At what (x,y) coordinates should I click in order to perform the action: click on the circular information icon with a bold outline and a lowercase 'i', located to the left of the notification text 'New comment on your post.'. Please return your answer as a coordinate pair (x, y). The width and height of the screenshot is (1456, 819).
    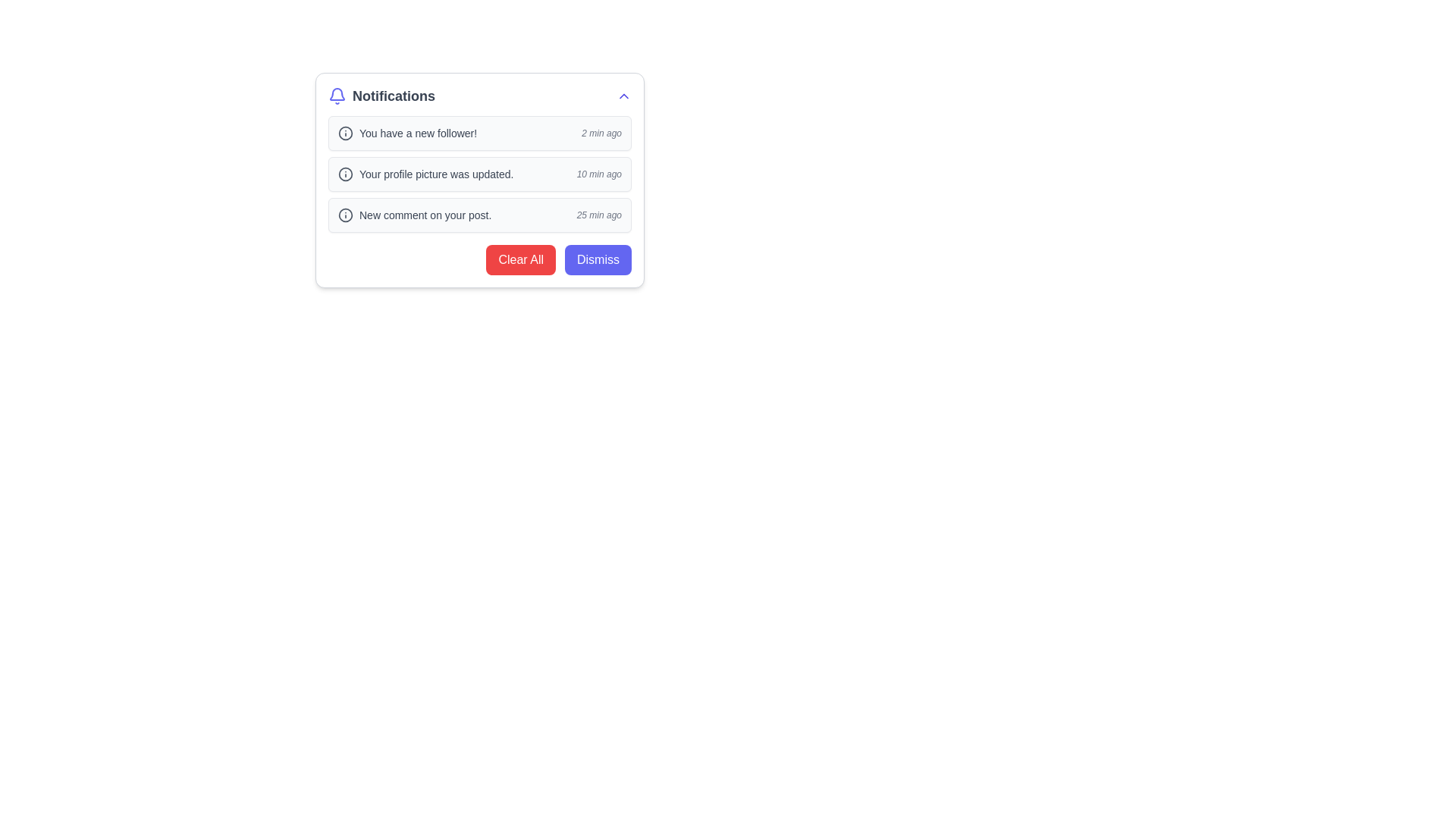
    Looking at the image, I should click on (345, 215).